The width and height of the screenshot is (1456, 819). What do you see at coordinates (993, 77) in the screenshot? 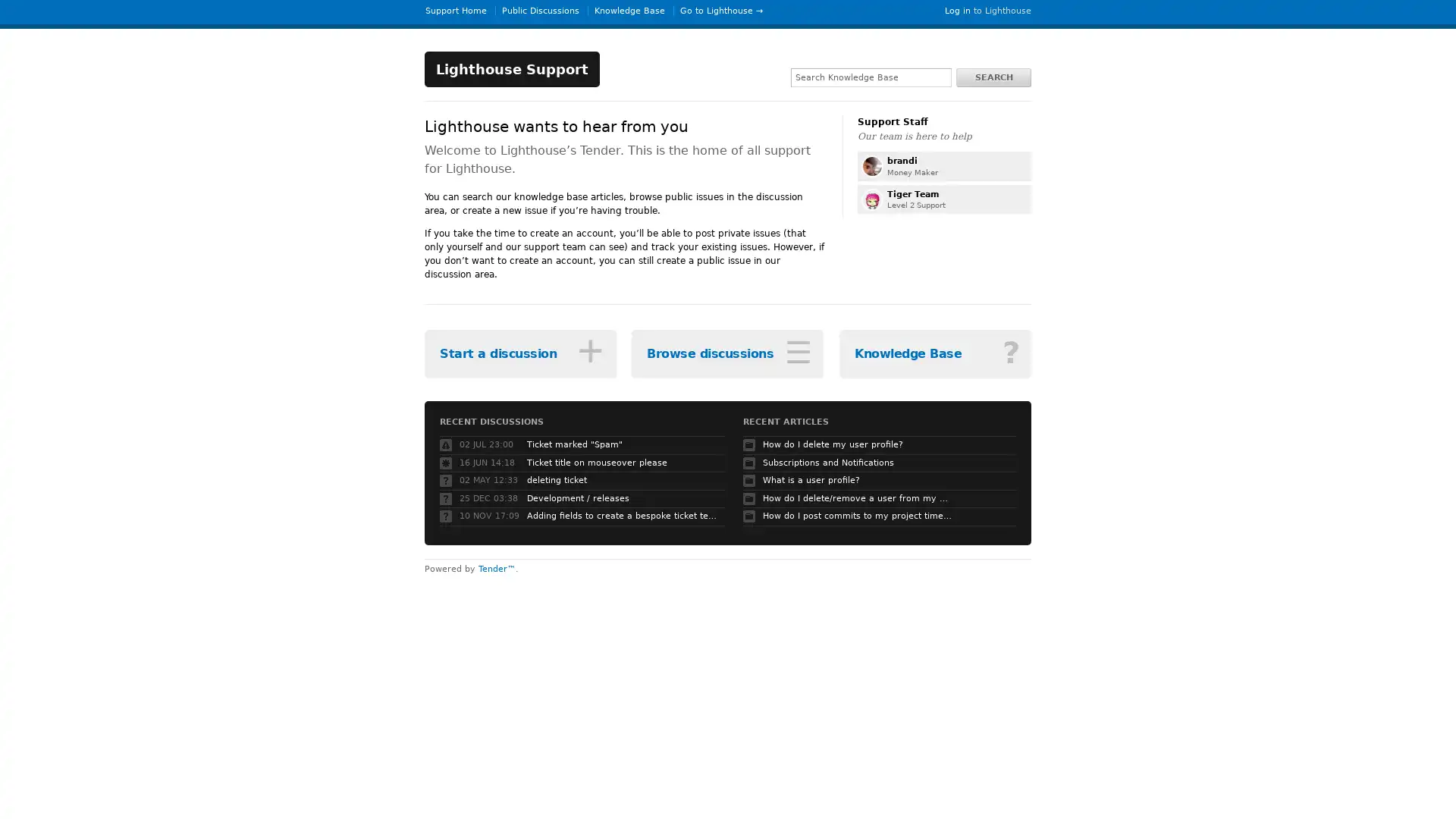
I see `SEARCH` at bounding box center [993, 77].